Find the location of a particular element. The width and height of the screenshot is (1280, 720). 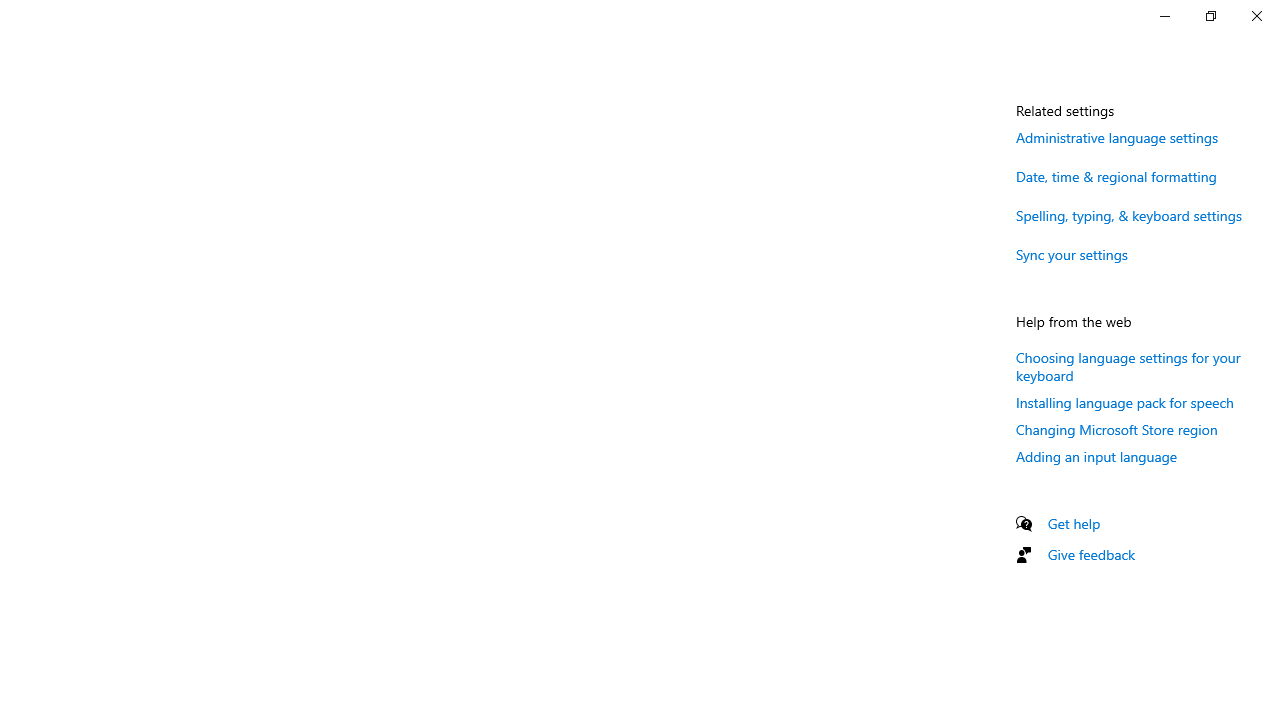

'Administrative language settings' is located at coordinates (1116, 136).